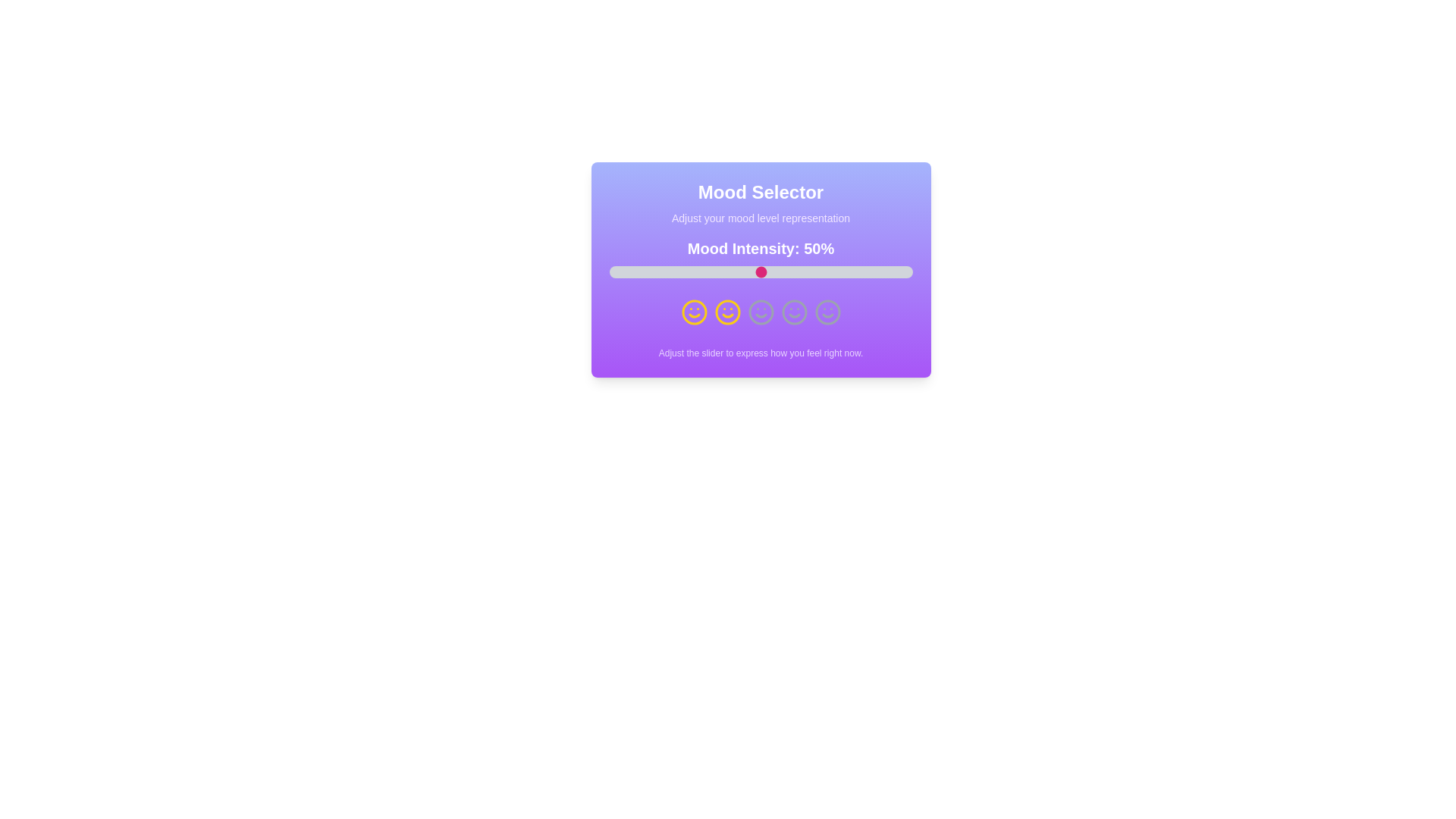  What do you see at coordinates (693, 312) in the screenshot?
I see `the smiley icon representing very sad mood` at bounding box center [693, 312].